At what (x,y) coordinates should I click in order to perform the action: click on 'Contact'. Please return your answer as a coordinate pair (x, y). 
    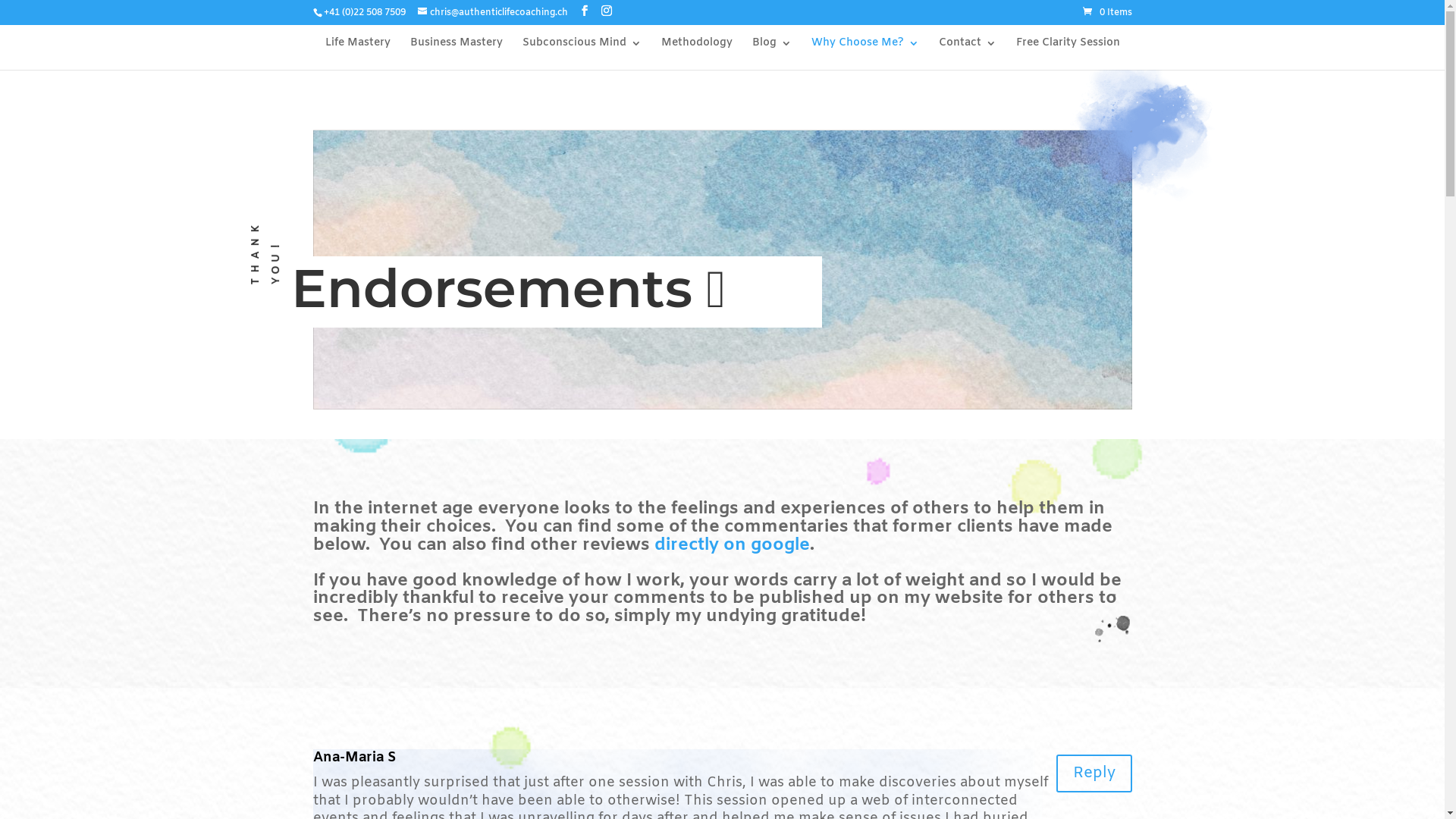
    Looking at the image, I should click on (967, 52).